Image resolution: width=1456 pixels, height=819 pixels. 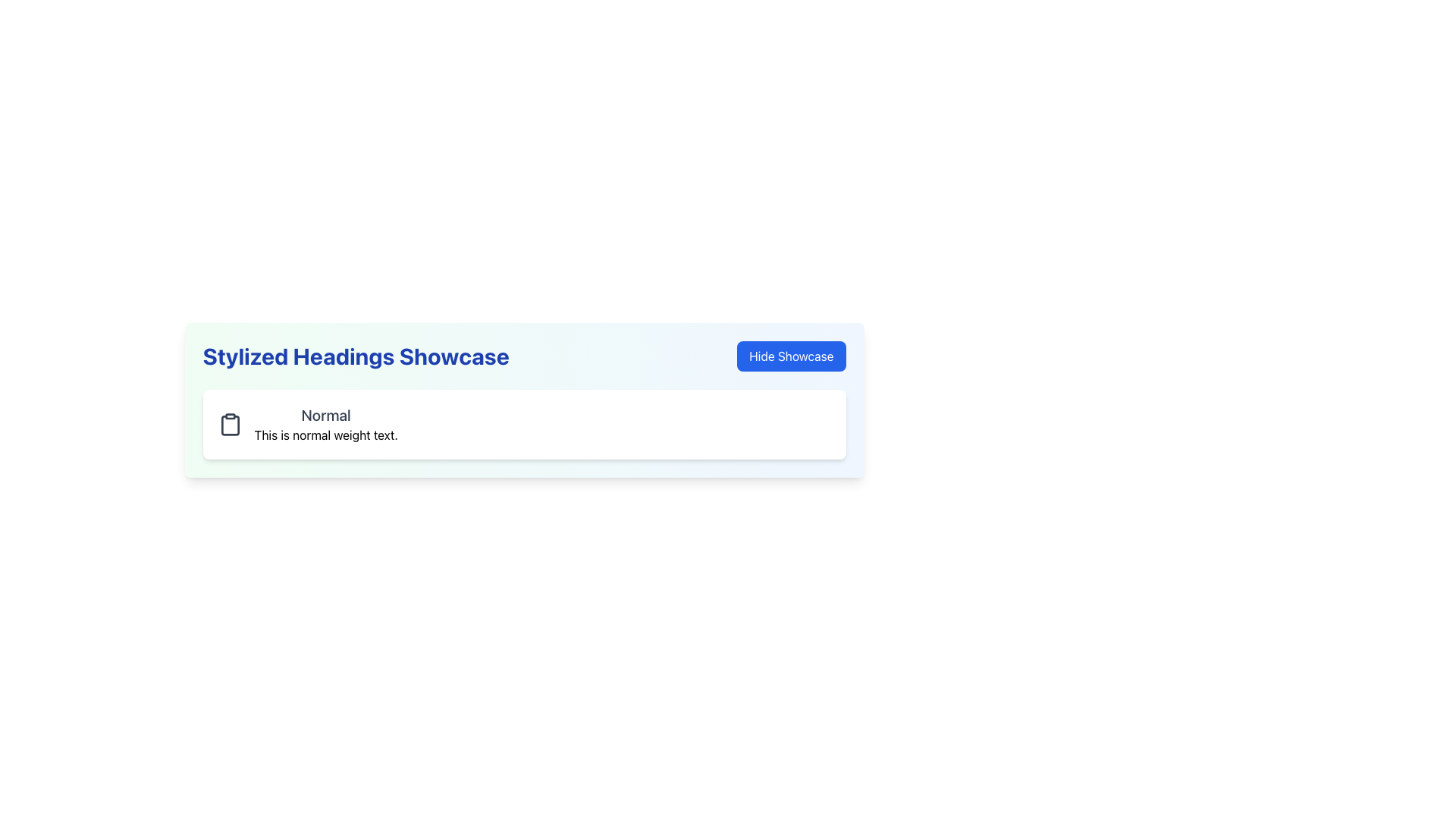 I want to click on the rectangular button with rounded corners that has a blue background and white text reading 'Hide Showcase' to trigger hover effects, so click(x=790, y=356).